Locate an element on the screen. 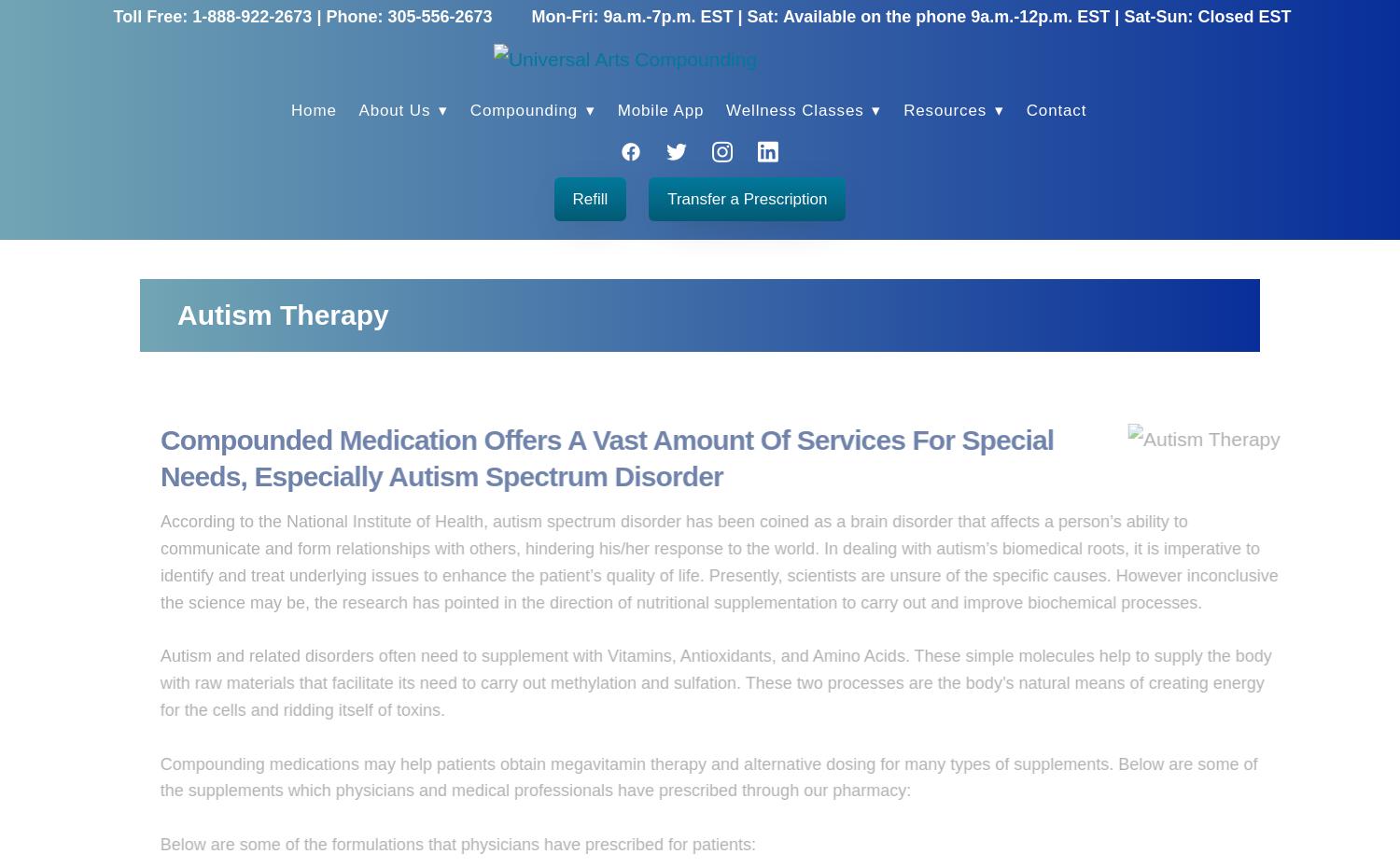  'About Us' is located at coordinates (396, 109).